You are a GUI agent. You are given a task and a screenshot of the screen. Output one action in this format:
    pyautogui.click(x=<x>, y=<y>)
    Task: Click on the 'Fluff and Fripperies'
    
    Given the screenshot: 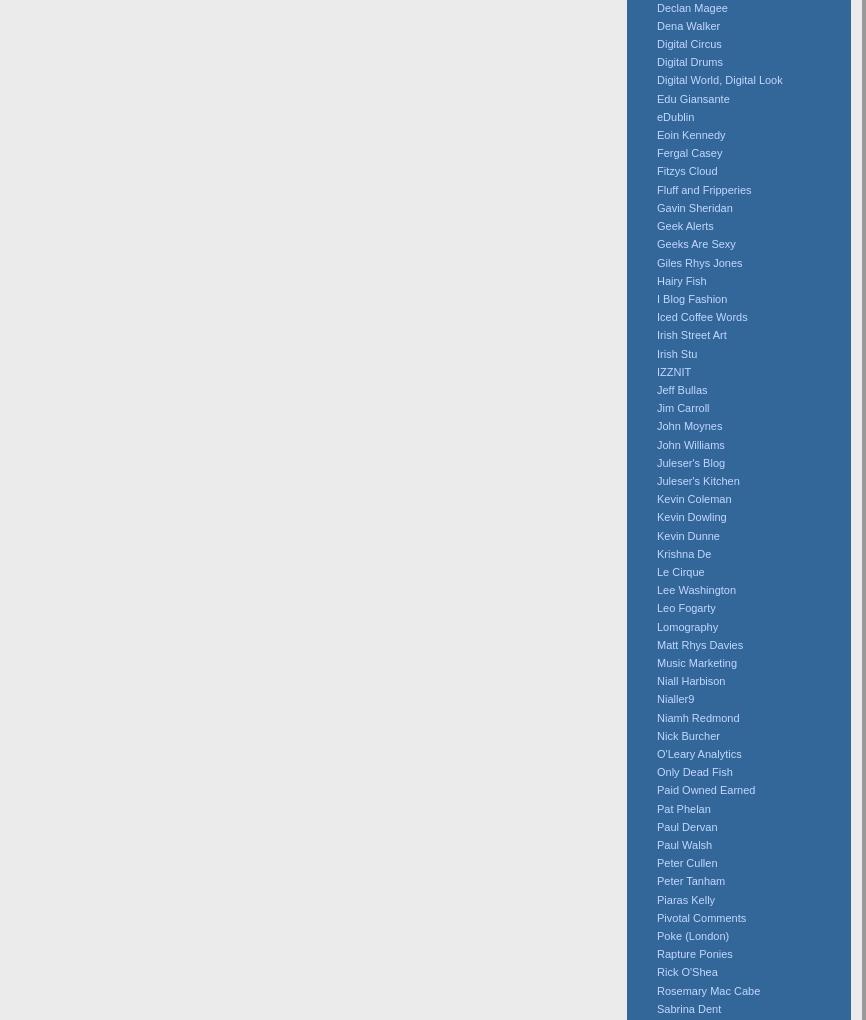 What is the action you would take?
    pyautogui.click(x=702, y=188)
    